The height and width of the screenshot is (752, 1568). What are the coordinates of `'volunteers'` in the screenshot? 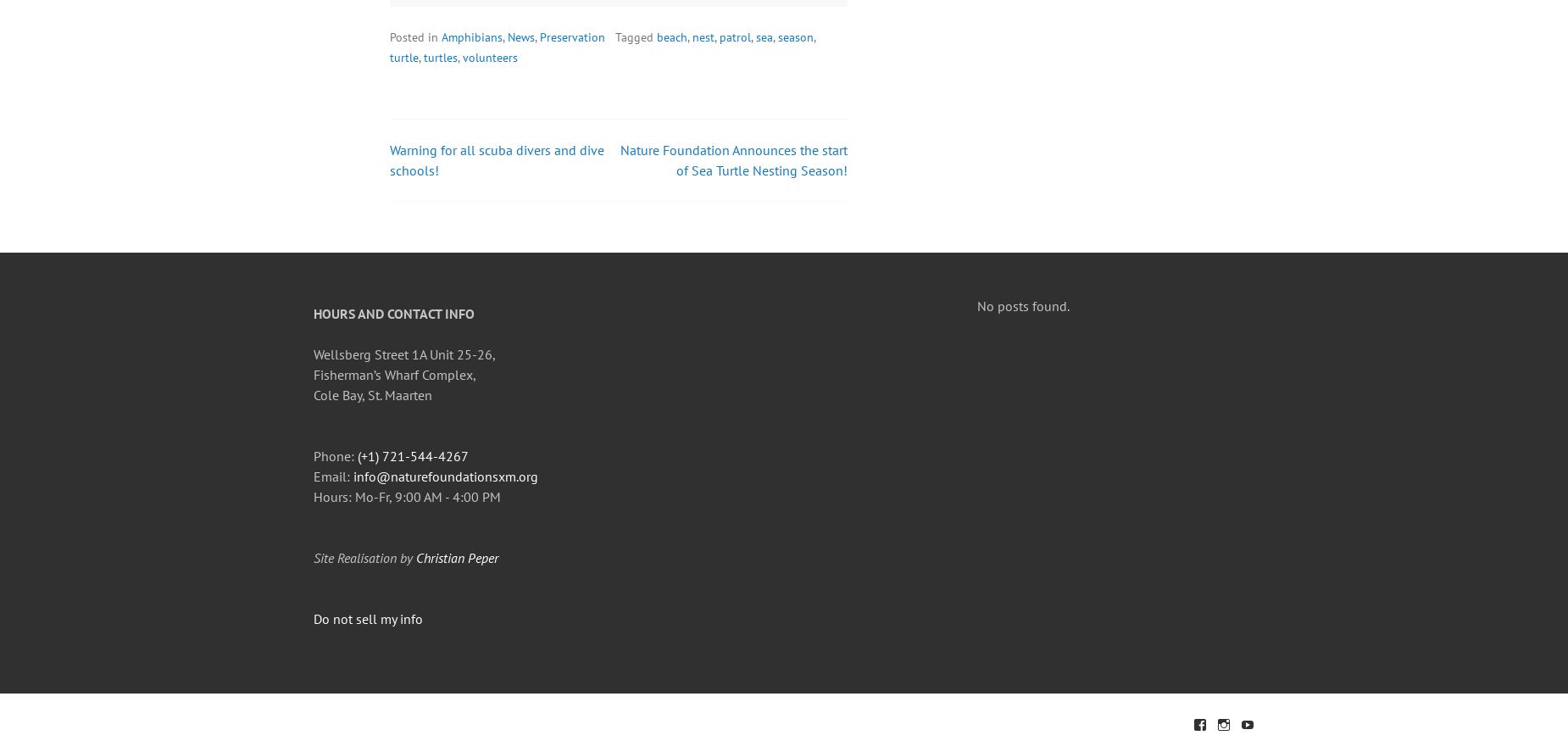 It's located at (462, 57).